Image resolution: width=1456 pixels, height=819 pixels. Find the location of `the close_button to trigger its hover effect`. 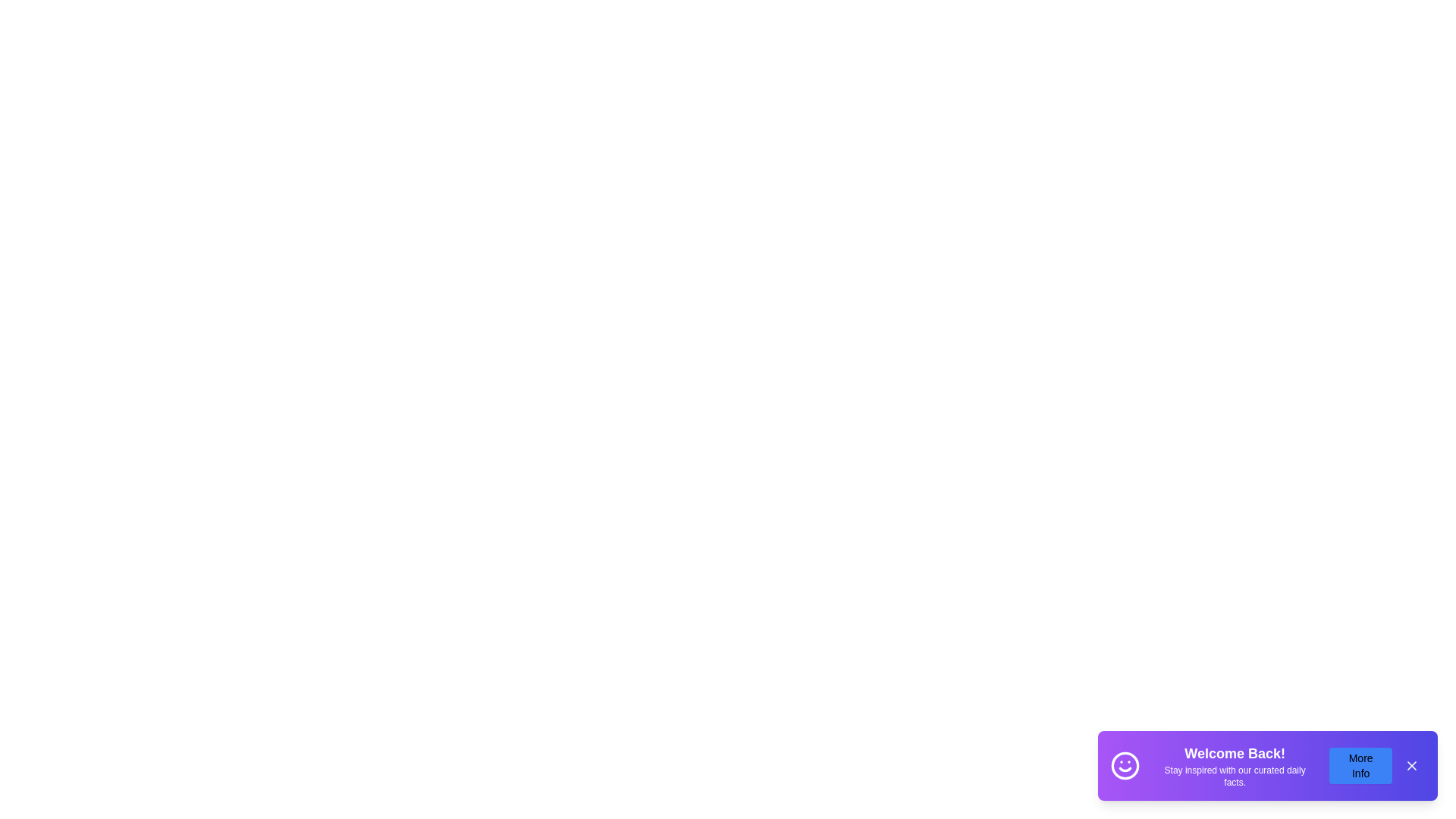

the close_button to trigger its hover effect is located at coordinates (1411, 766).